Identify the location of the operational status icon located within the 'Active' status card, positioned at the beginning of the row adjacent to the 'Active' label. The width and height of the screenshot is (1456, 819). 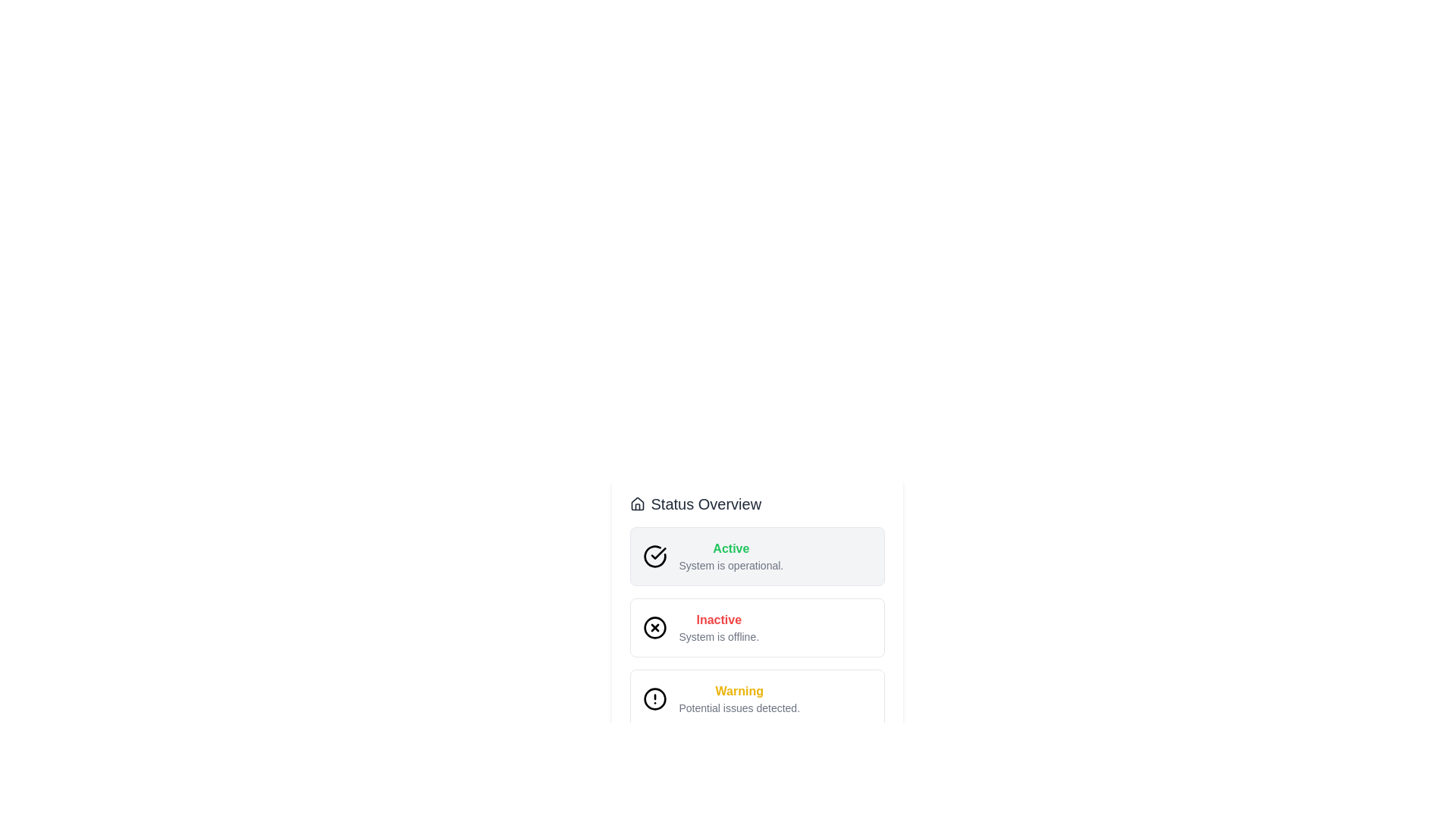
(658, 553).